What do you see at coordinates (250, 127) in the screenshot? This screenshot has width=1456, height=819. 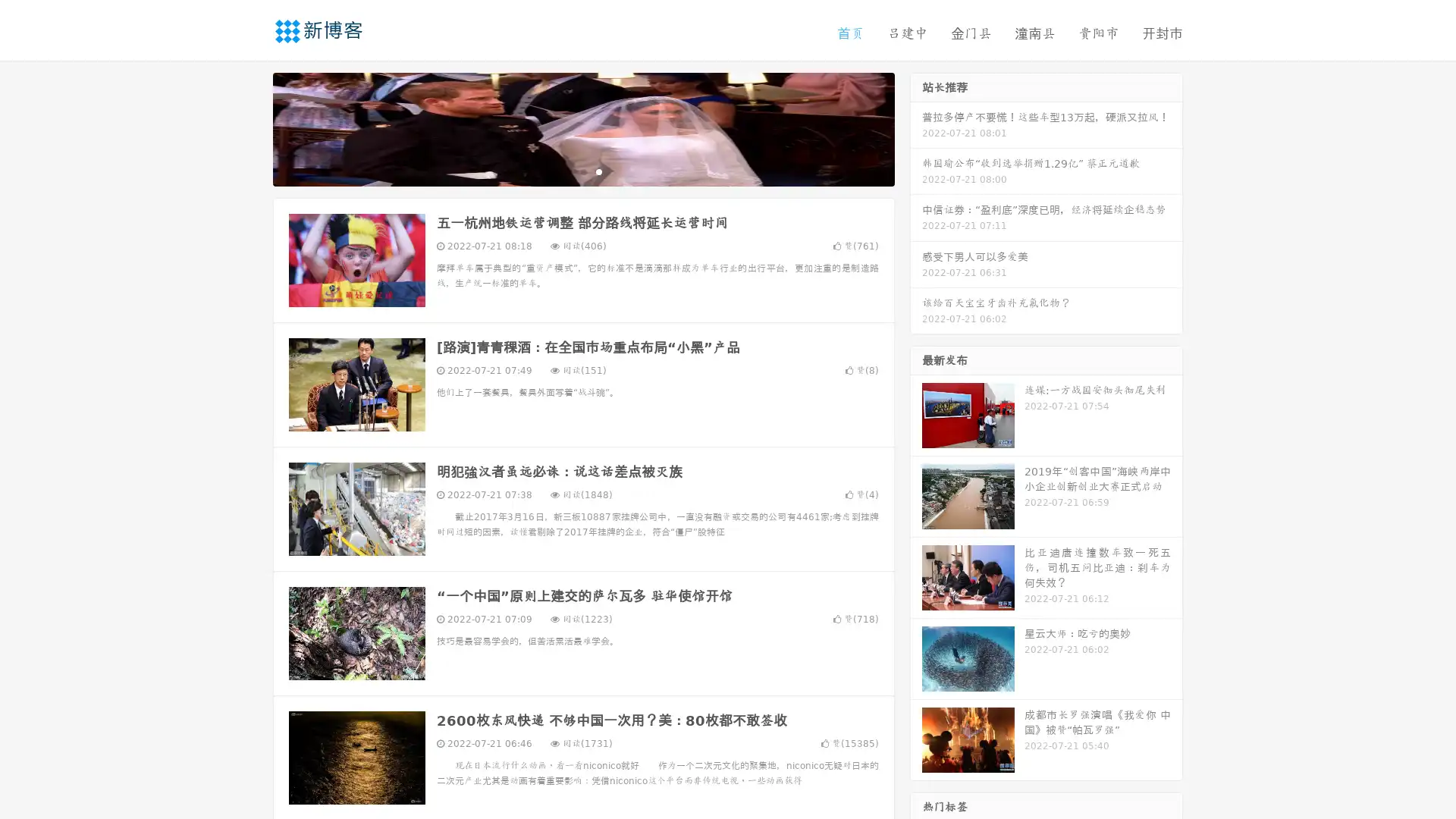 I see `Previous slide` at bounding box center [250, 127].